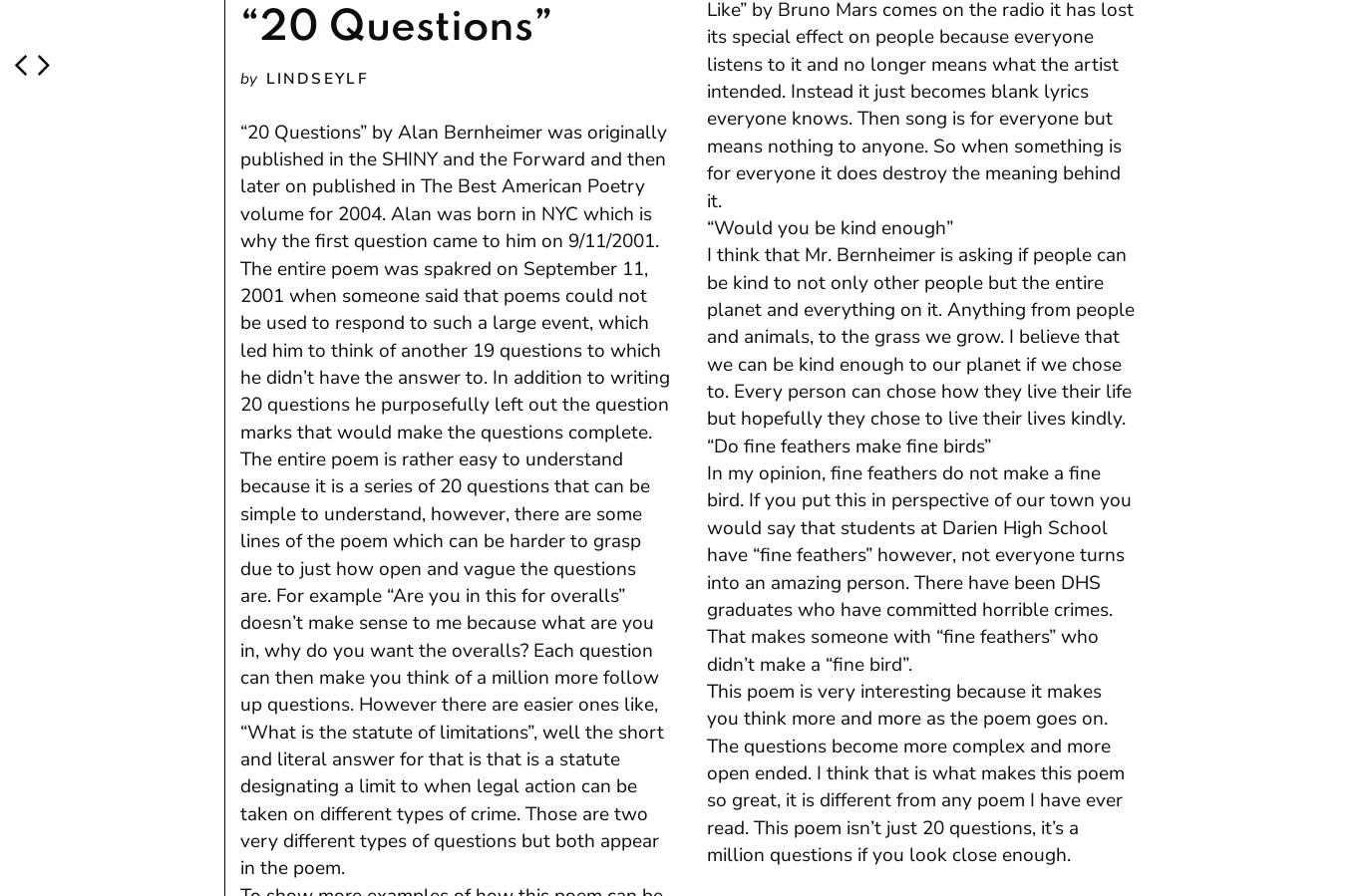 The image size is (1362, 896). I want to click on '“Would you be kind enough”', so click(828, 226).